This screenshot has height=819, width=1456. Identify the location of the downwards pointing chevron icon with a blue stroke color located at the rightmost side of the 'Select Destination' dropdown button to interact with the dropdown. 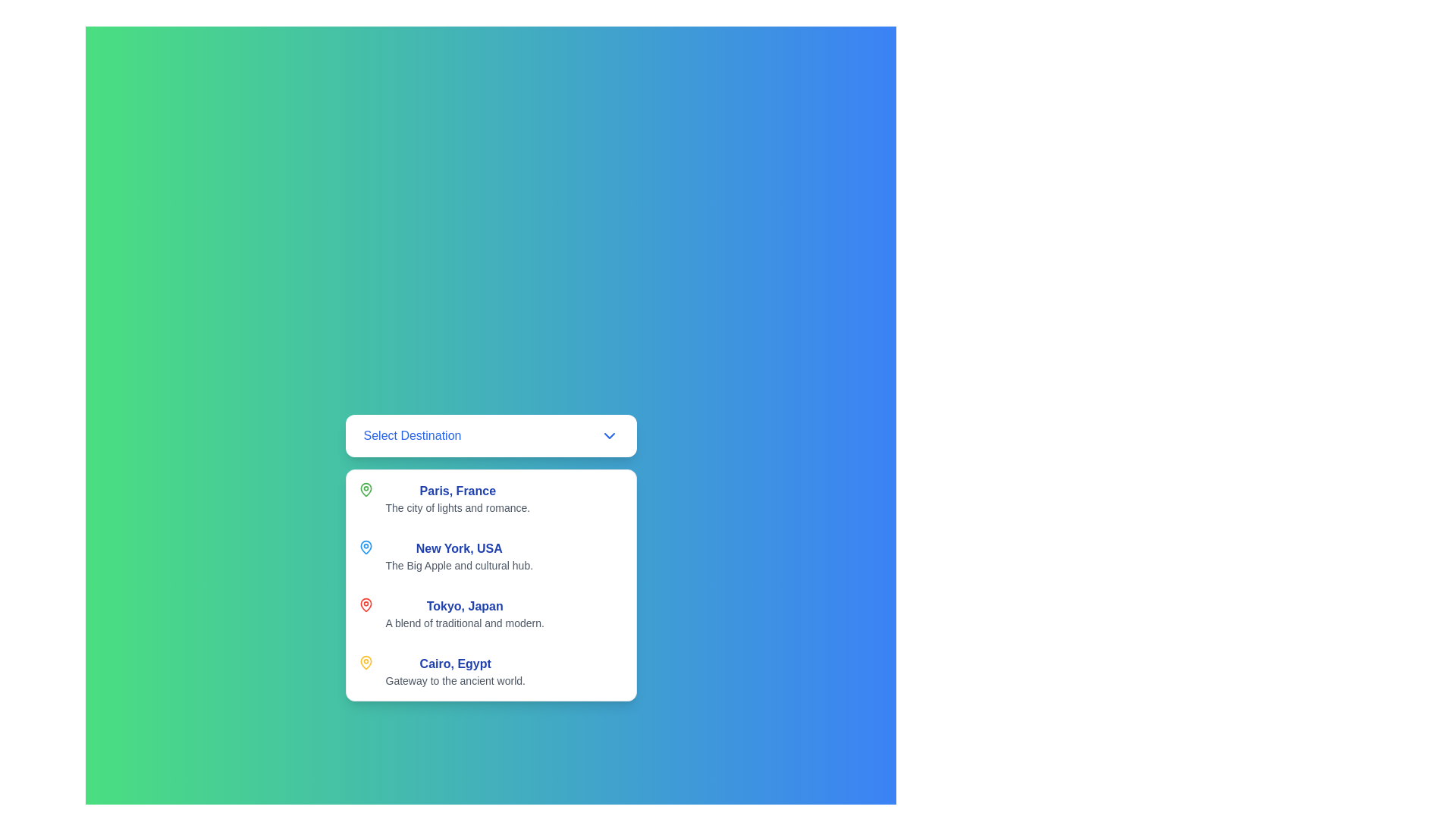
(609, 435).